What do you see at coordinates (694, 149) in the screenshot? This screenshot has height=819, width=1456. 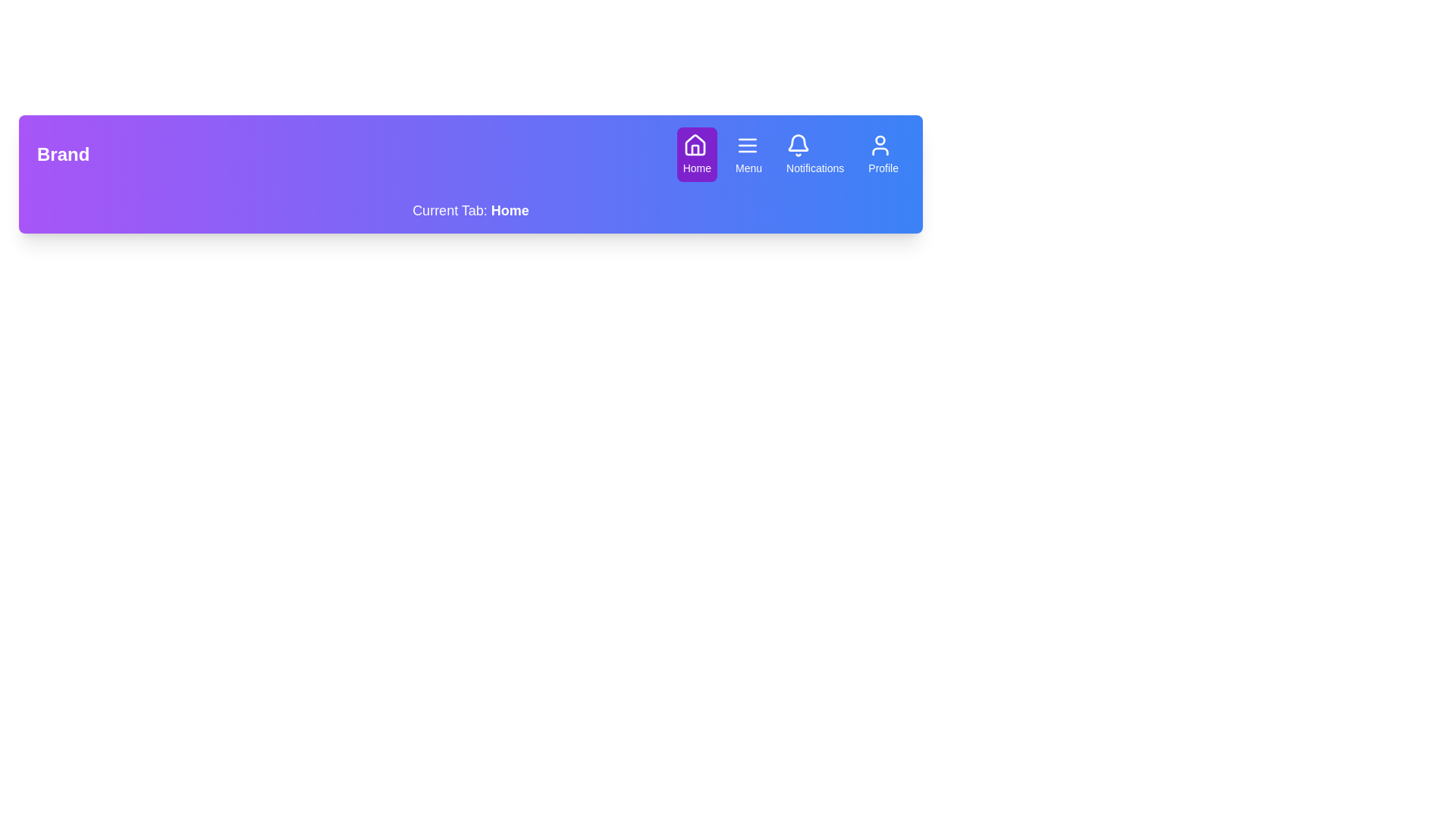 I see `the highlighted 'Home' icon in the navigation bar, indicating the home section of the application` at bounding box center [694, 149].